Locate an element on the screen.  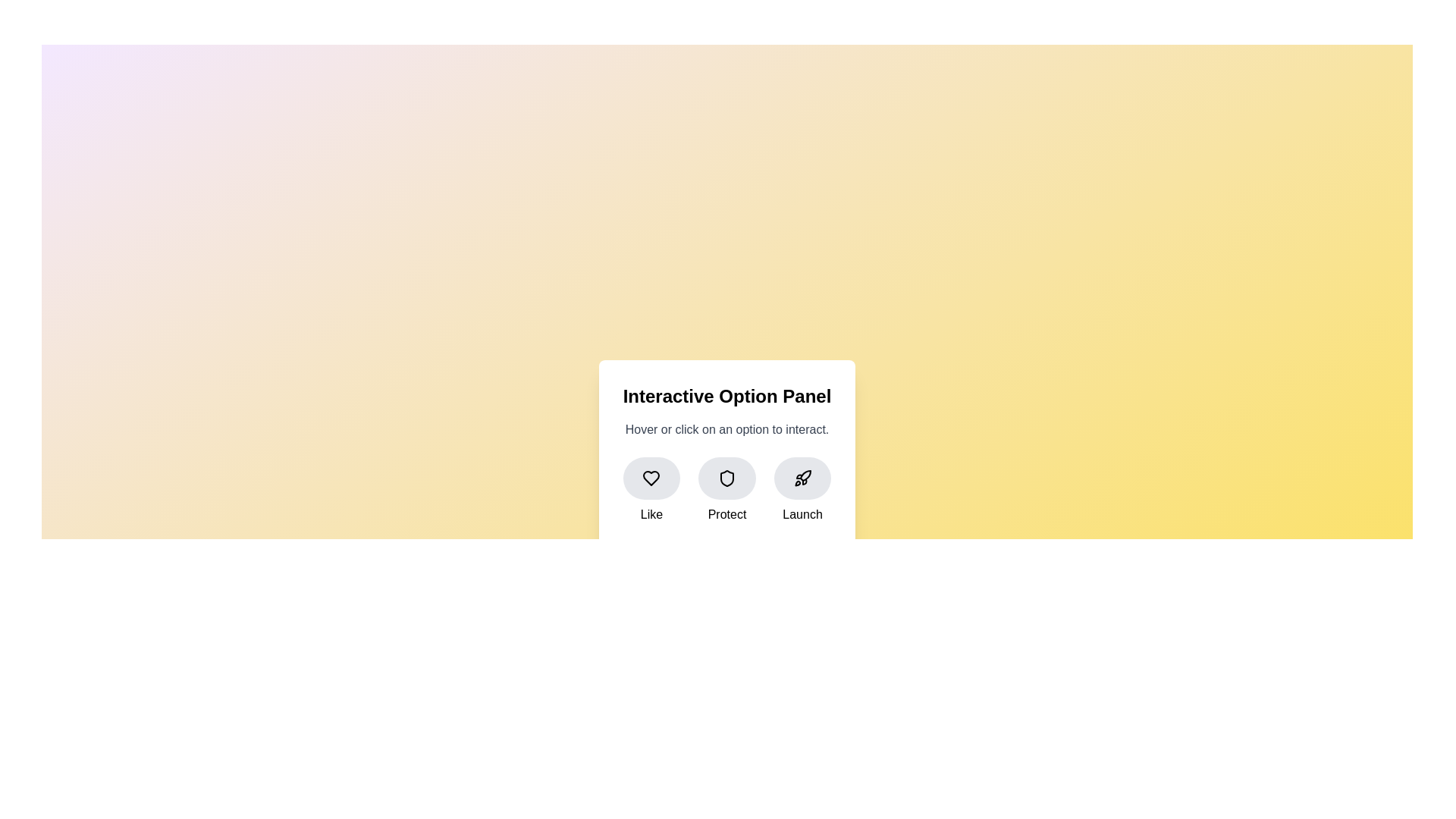
the circular gray button with a heart icon located above the 'Like' label is located at coordinates (651, 479).